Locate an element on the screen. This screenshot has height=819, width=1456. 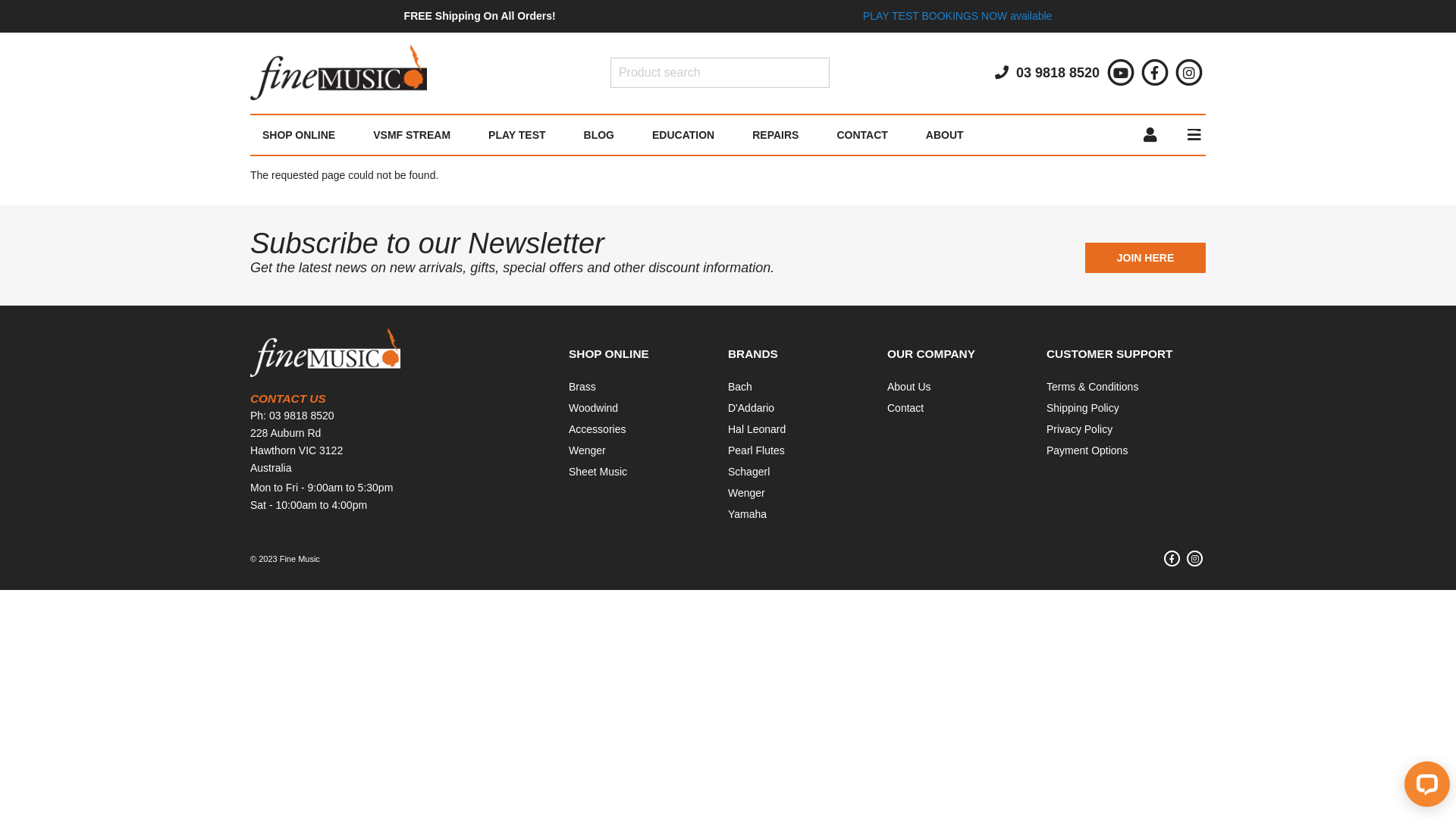
'Sheet Music' is located at coordinates (597, 470).